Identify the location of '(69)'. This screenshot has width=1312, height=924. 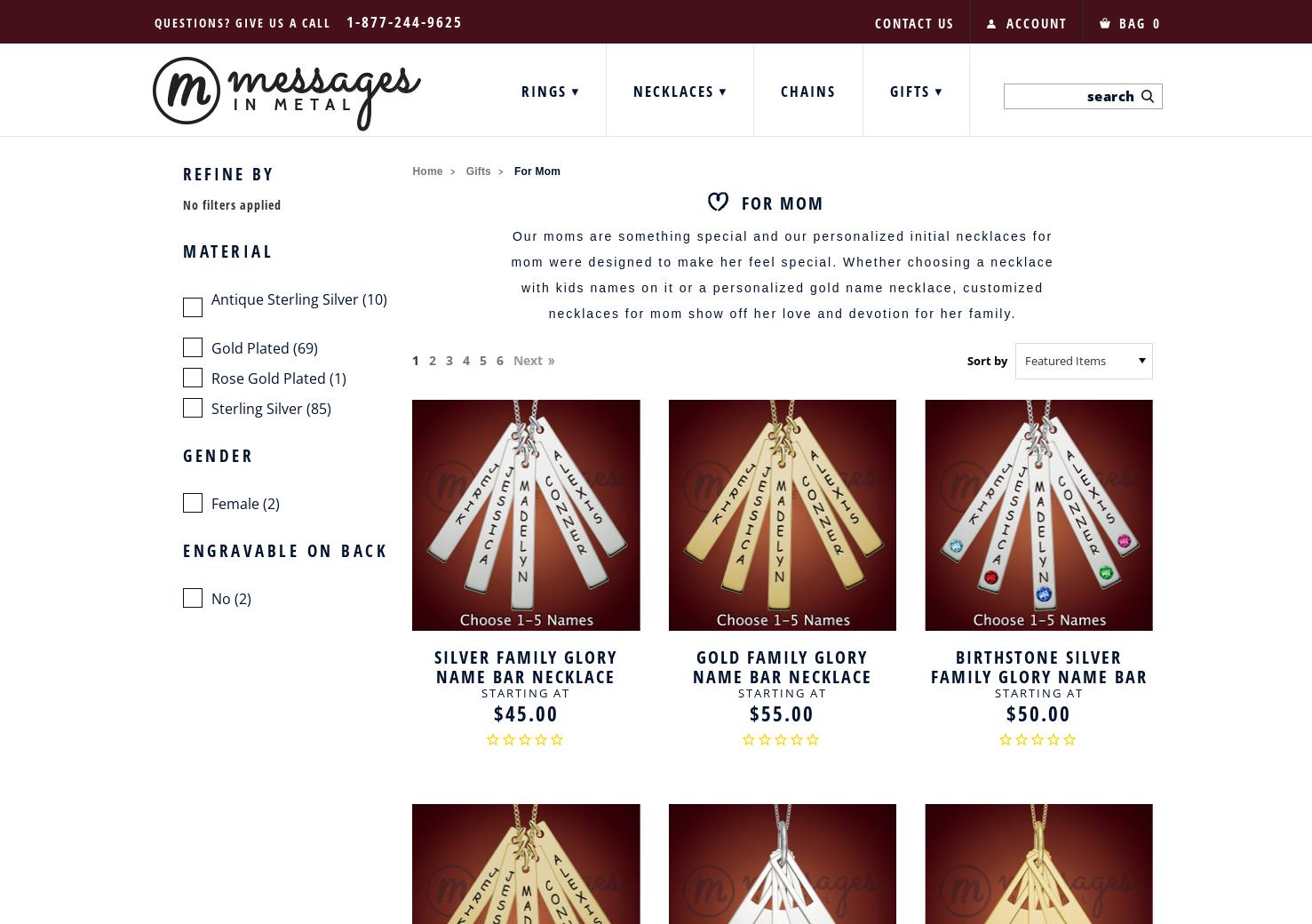
(304, 347).